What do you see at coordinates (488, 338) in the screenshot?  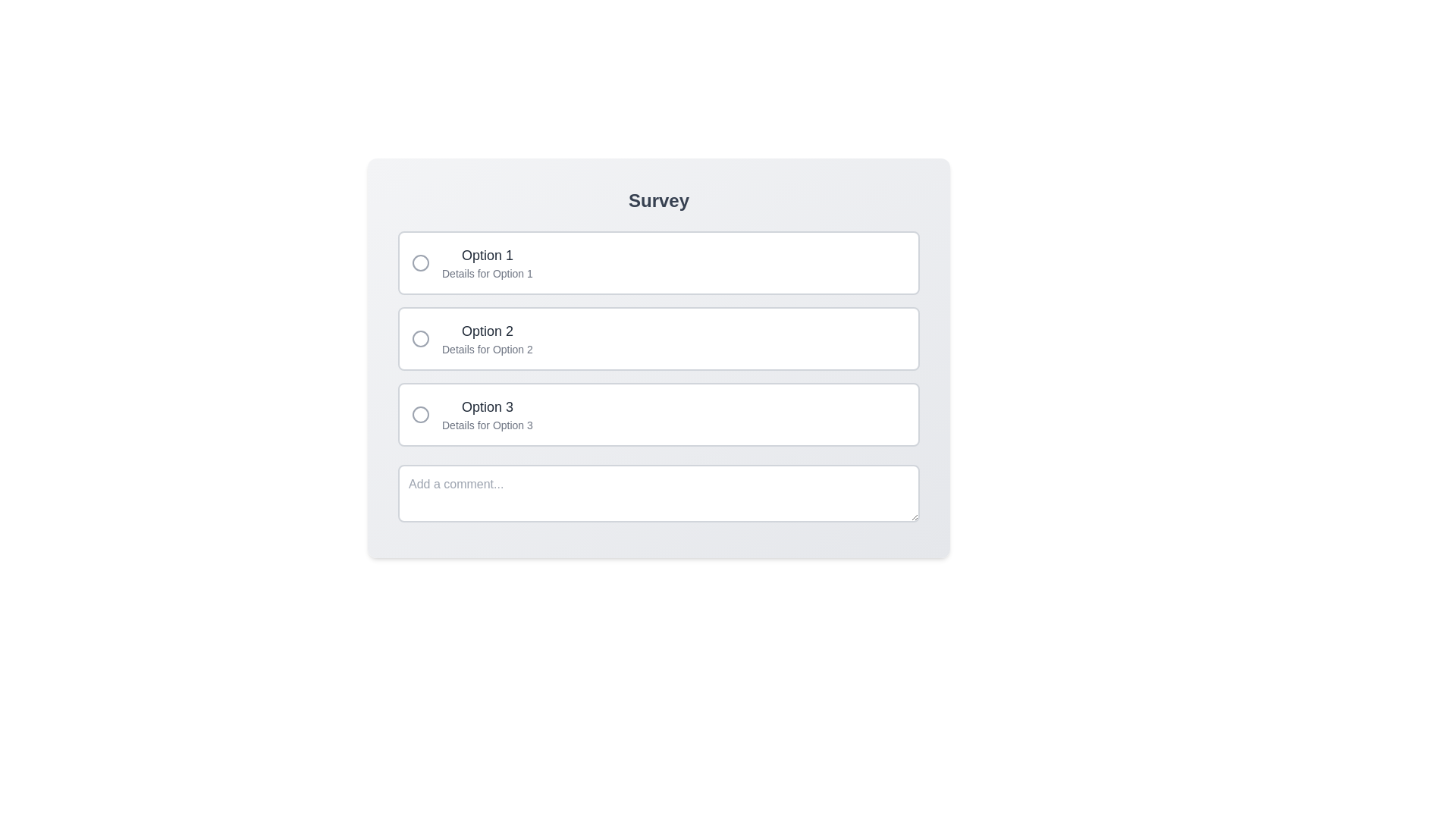 I see `text content of the Text label element that displays 'Option 2' and 'Details for Option 2', located centrally in the second row of the survey options` at bounding box center [488, 338].